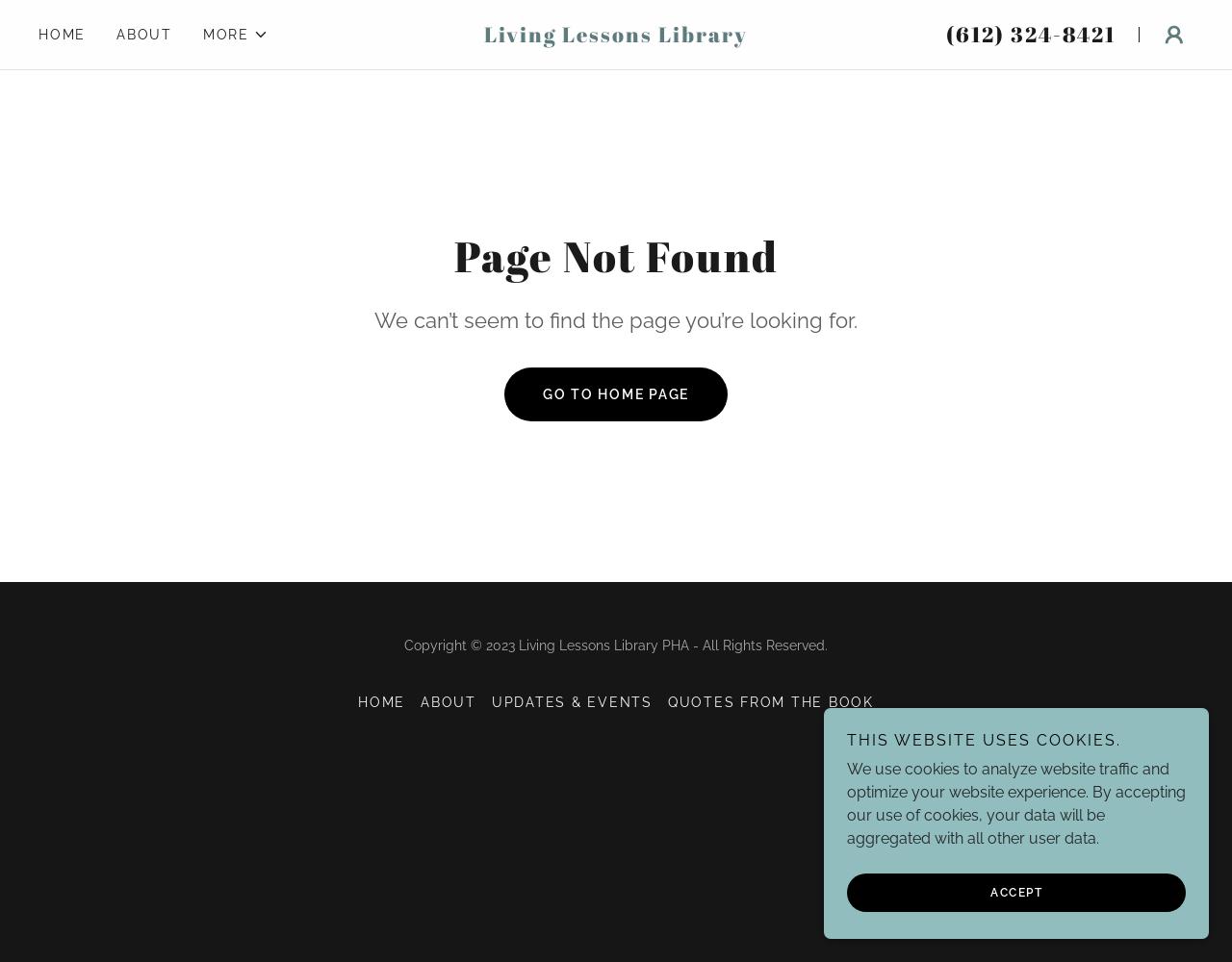  I want to click on '(612) 324-8421', so click(1029, 34).